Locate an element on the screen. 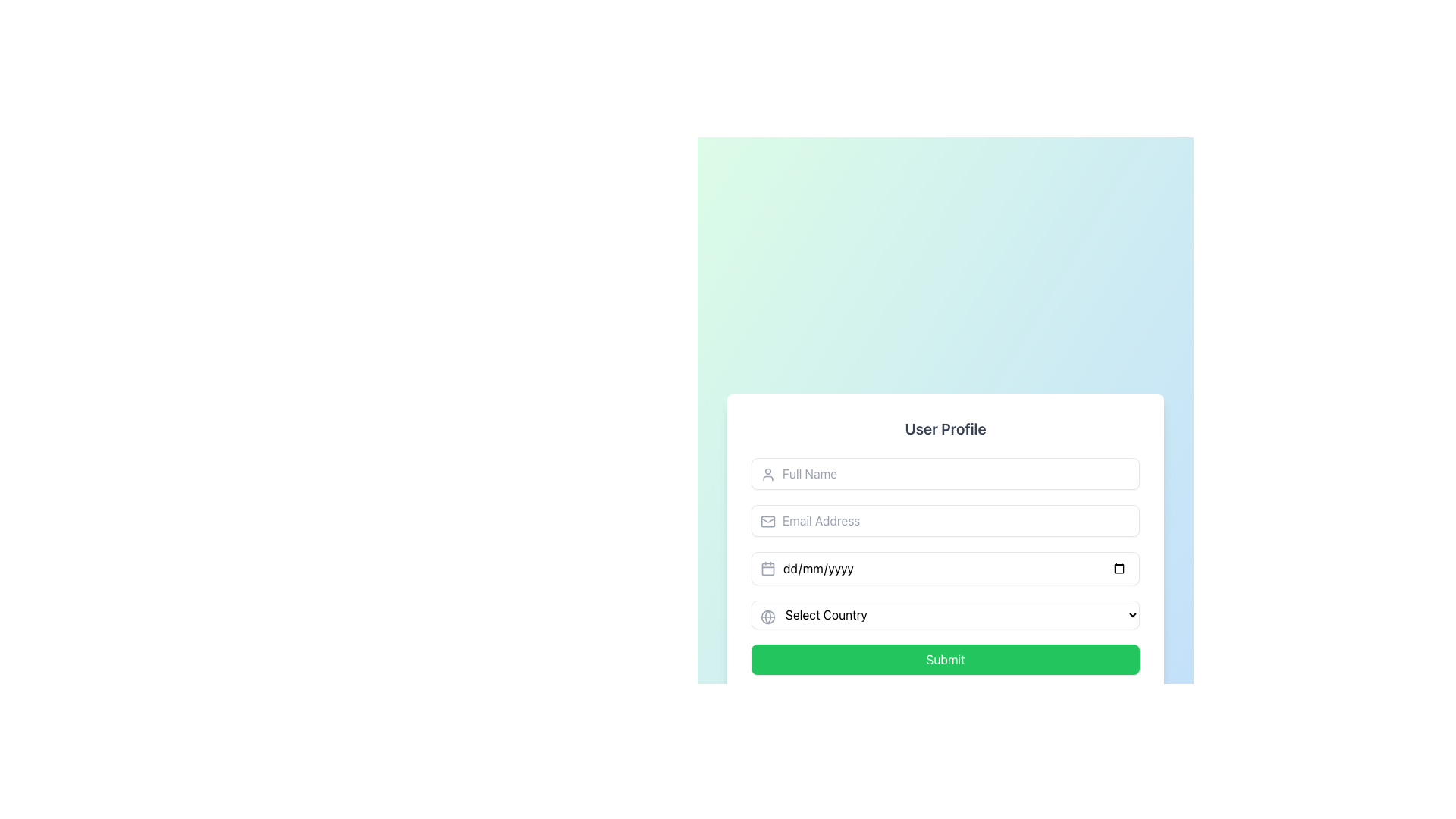 The image size is (1456, 819). the Dropdown menu in the User Profile form is located at coordinates (945, 614).